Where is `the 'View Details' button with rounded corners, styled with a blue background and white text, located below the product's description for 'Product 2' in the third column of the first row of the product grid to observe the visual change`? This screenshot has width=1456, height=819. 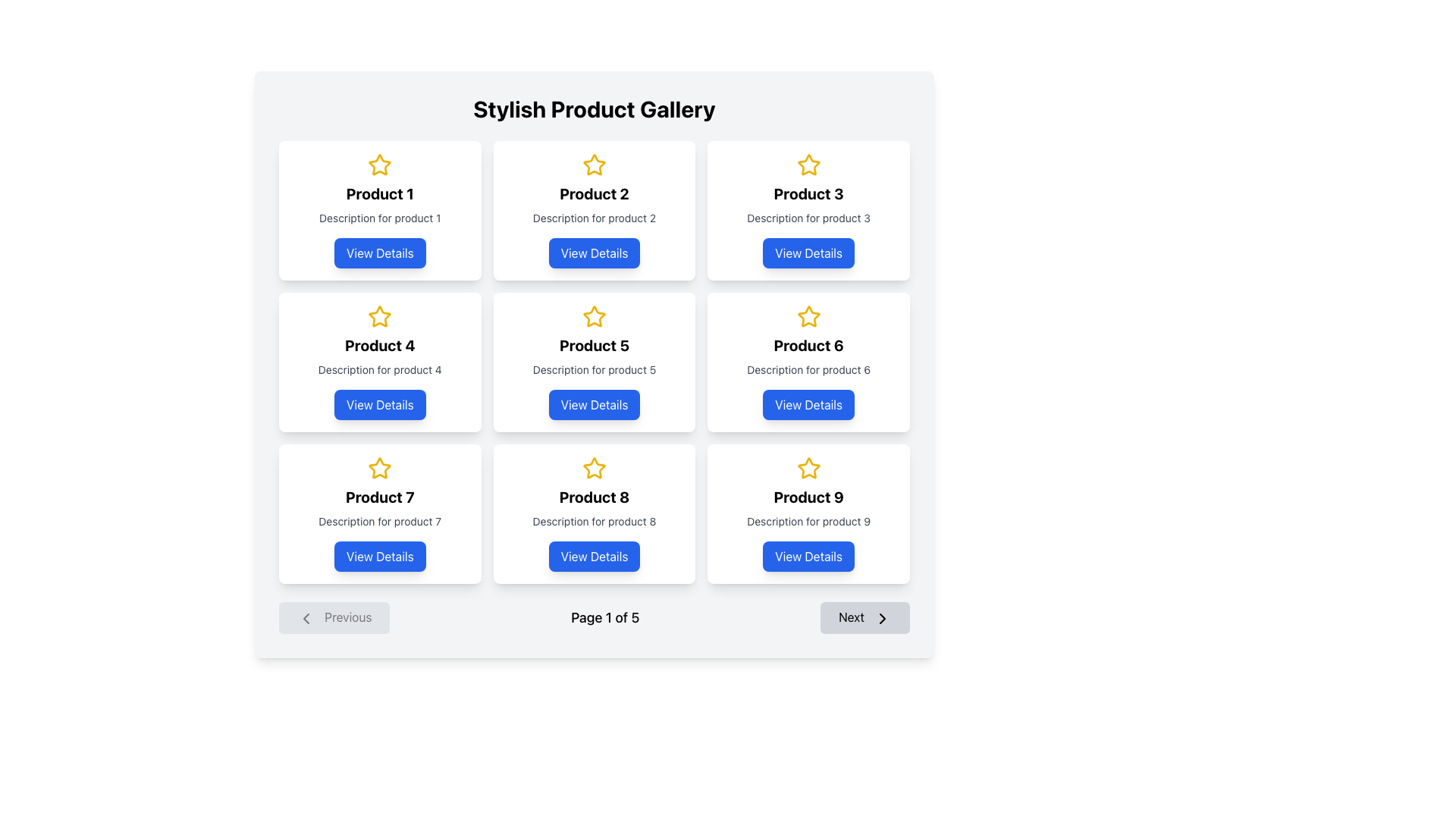
the 'View Details' button with rounded corners, styled with a blue background and white text, located below the product's description for 'Product 2' in the third column of the first row of the product grid to observe the visual change is located at coordinates (593, 253).